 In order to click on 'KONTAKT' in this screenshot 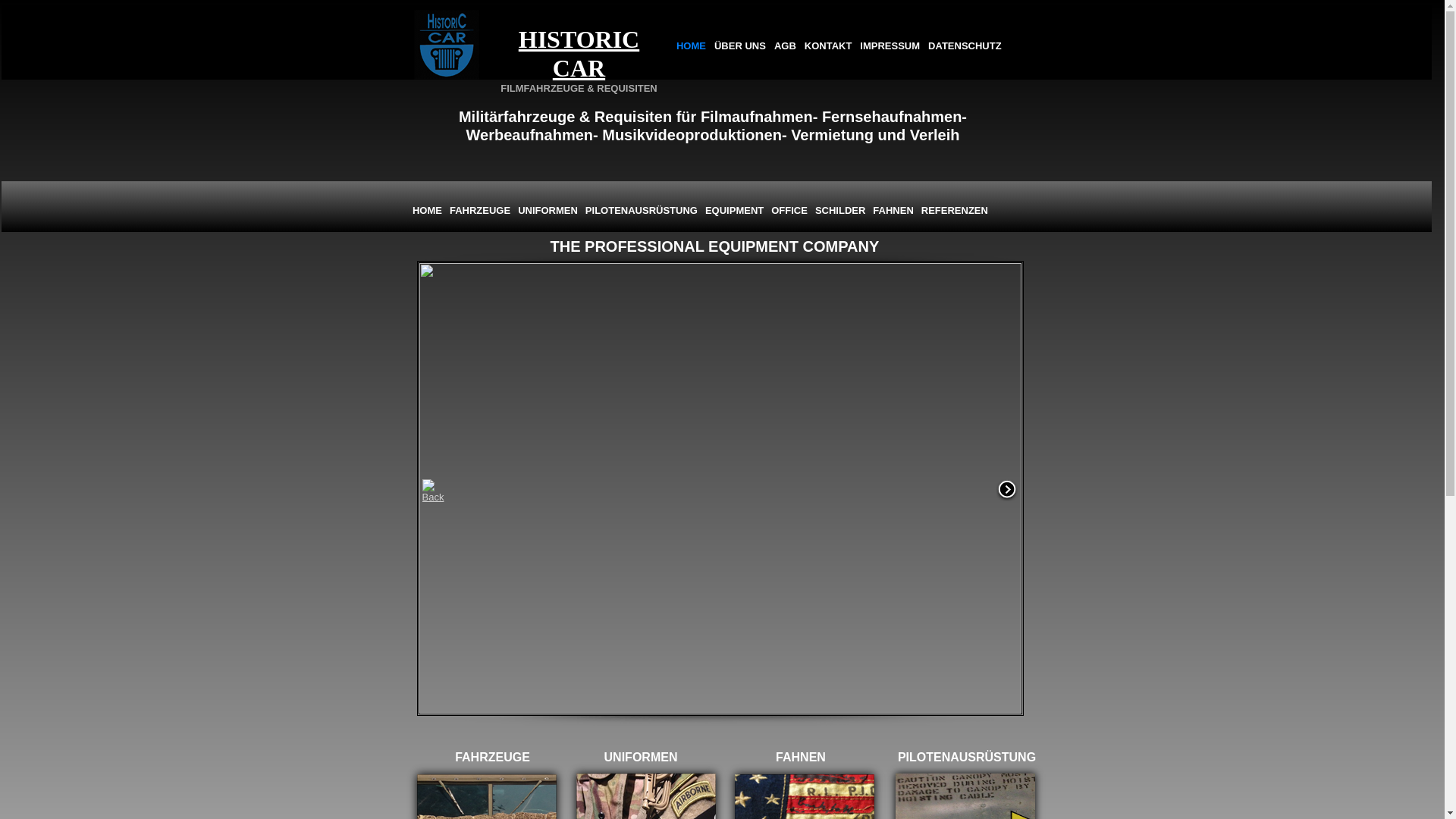, I will do `click(800, 45)`.